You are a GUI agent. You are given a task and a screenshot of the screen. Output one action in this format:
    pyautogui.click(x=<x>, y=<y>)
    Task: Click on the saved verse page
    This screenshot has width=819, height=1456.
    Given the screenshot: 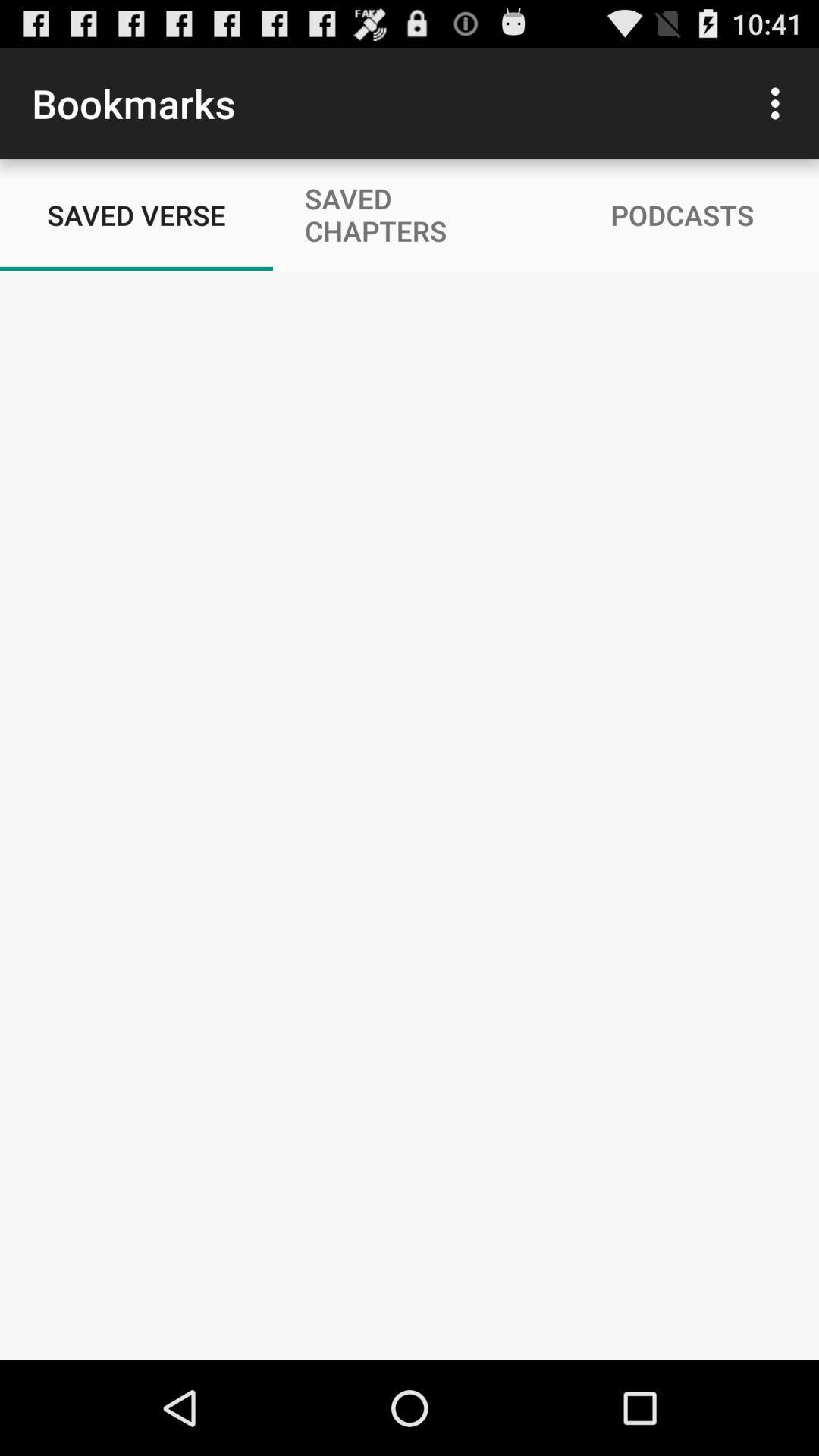 What is the action you would take?
    pyautogui.click(x=409, y=814)
    